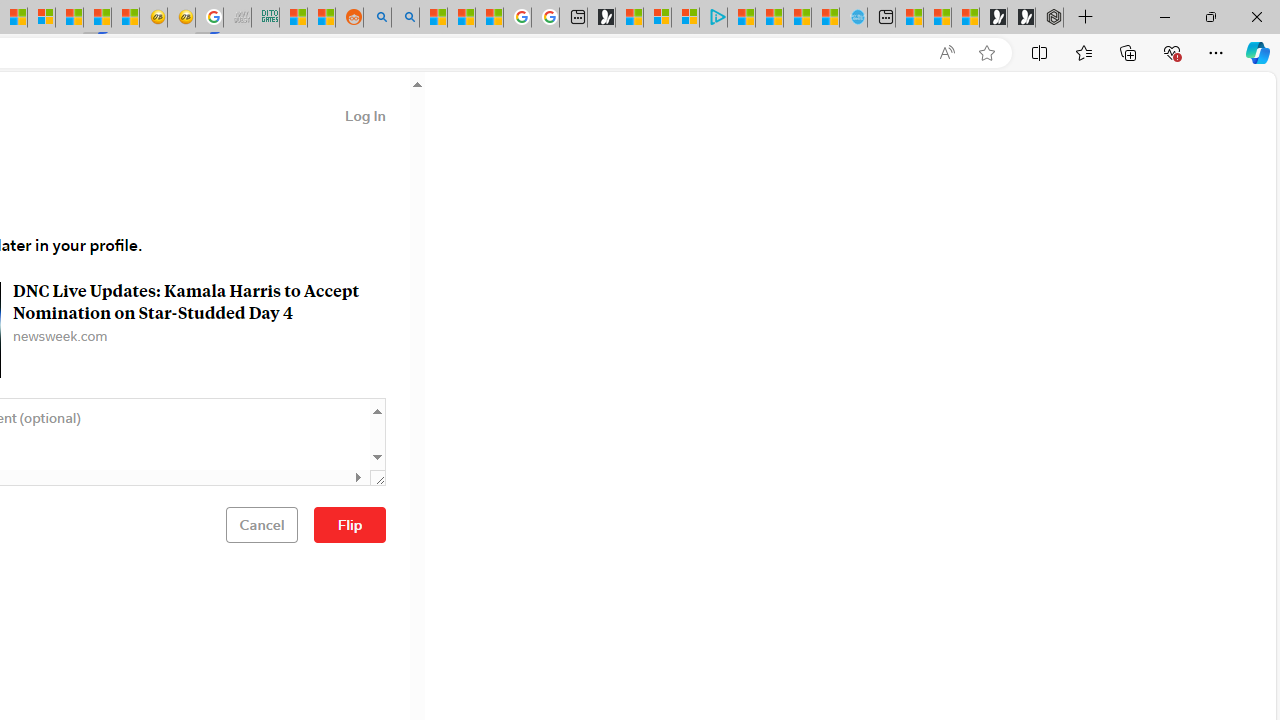  What do you see at coordinates (350, 523) in the screenshot?
I see `'Flip'` at bounding box center [350, 523].